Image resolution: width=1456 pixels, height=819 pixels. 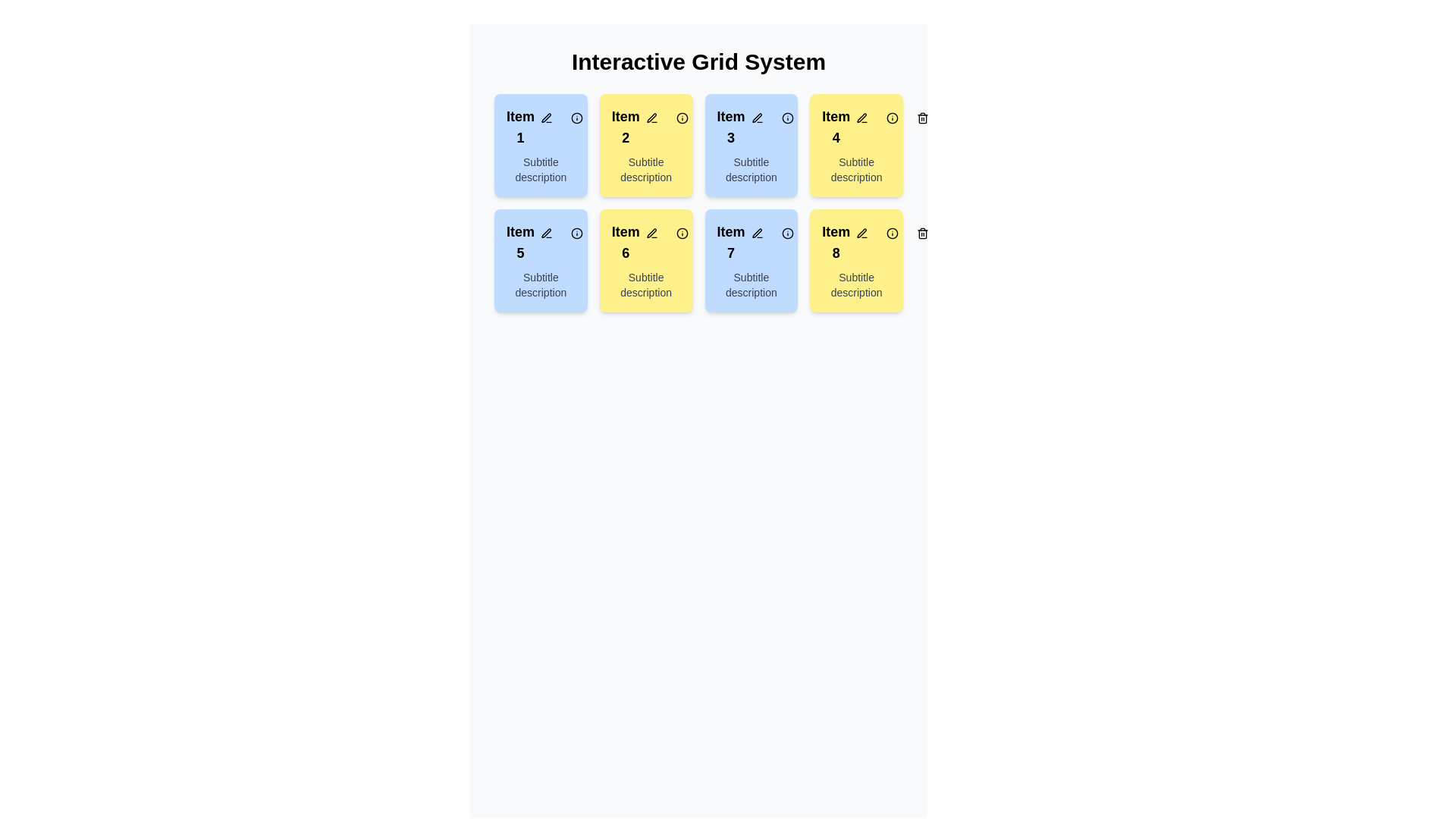 I want to click on the second icon button in the control set for 'Item 7', which is located immediately to the right of the first icon, so click(x=787, y=234).